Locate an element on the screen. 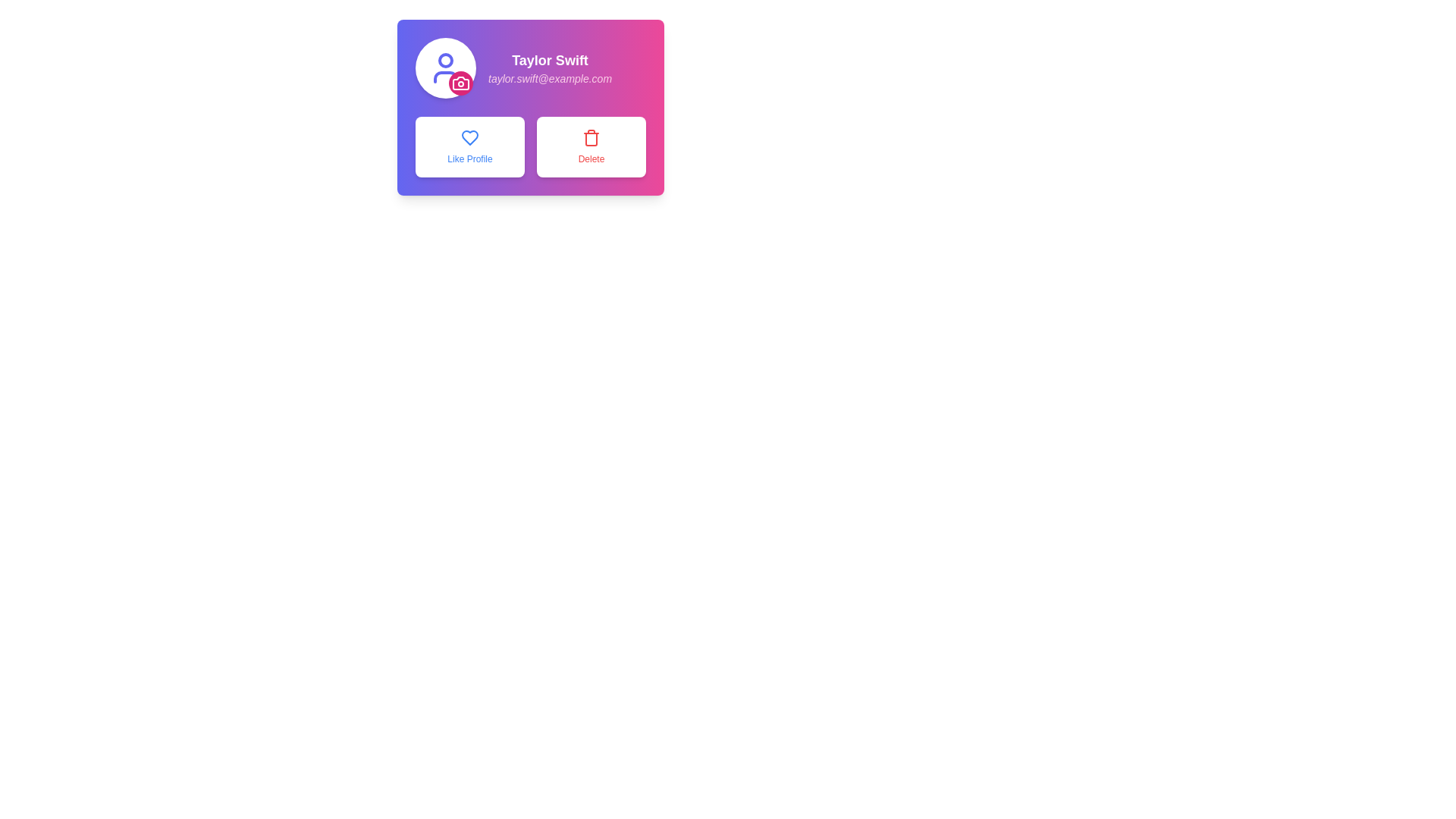 The height and width of the screenshot is (819, 1456). the 'Delete' text label located at the bottom of the button in the card-like component, which indicates the button's purpose to the user is located at coordinates (590, 158).